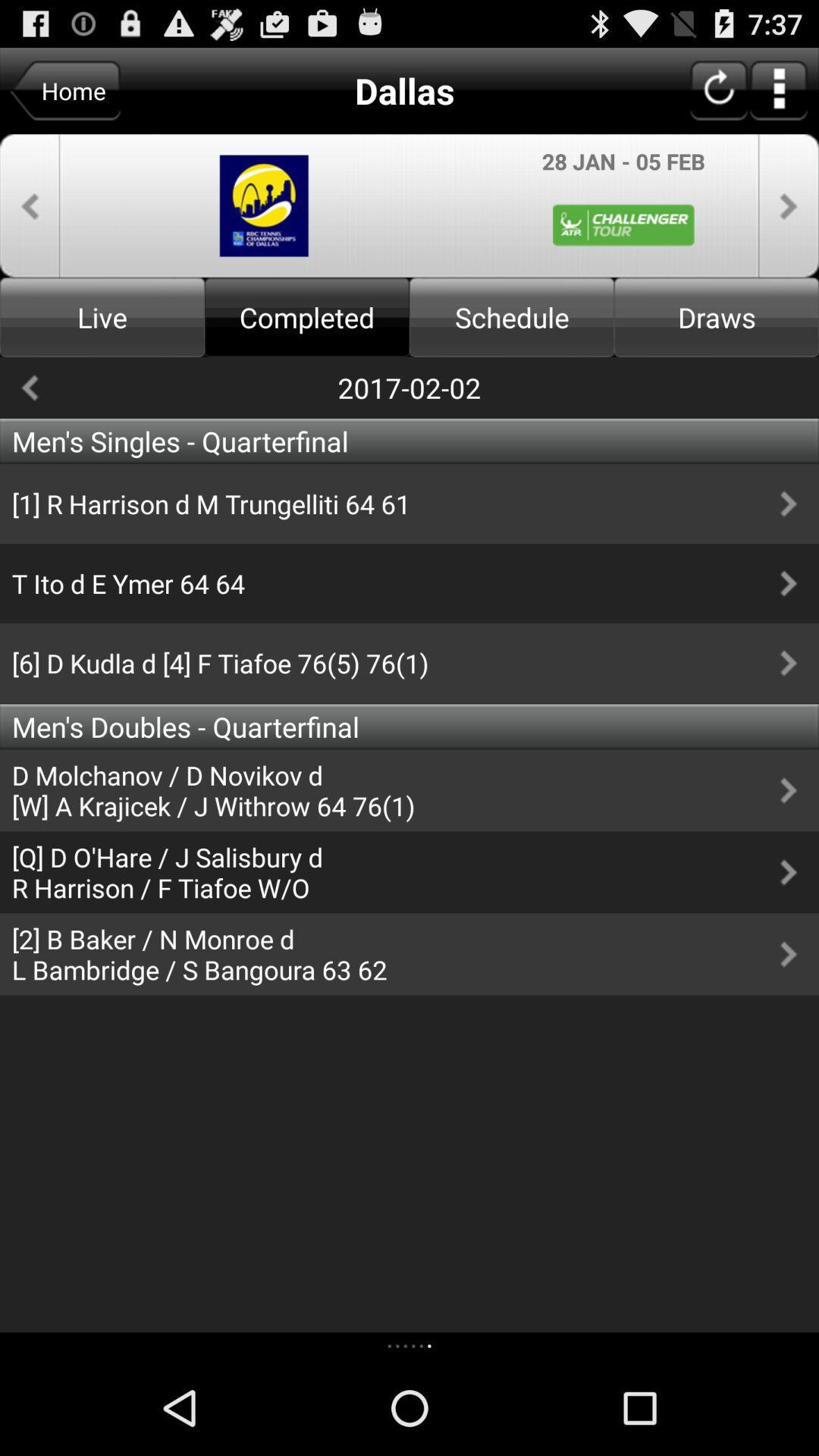 The image size is (819, 1456). Describe the element at coordinates (717, 316) in the screenshot. I see `the button next to schedule` at that location.